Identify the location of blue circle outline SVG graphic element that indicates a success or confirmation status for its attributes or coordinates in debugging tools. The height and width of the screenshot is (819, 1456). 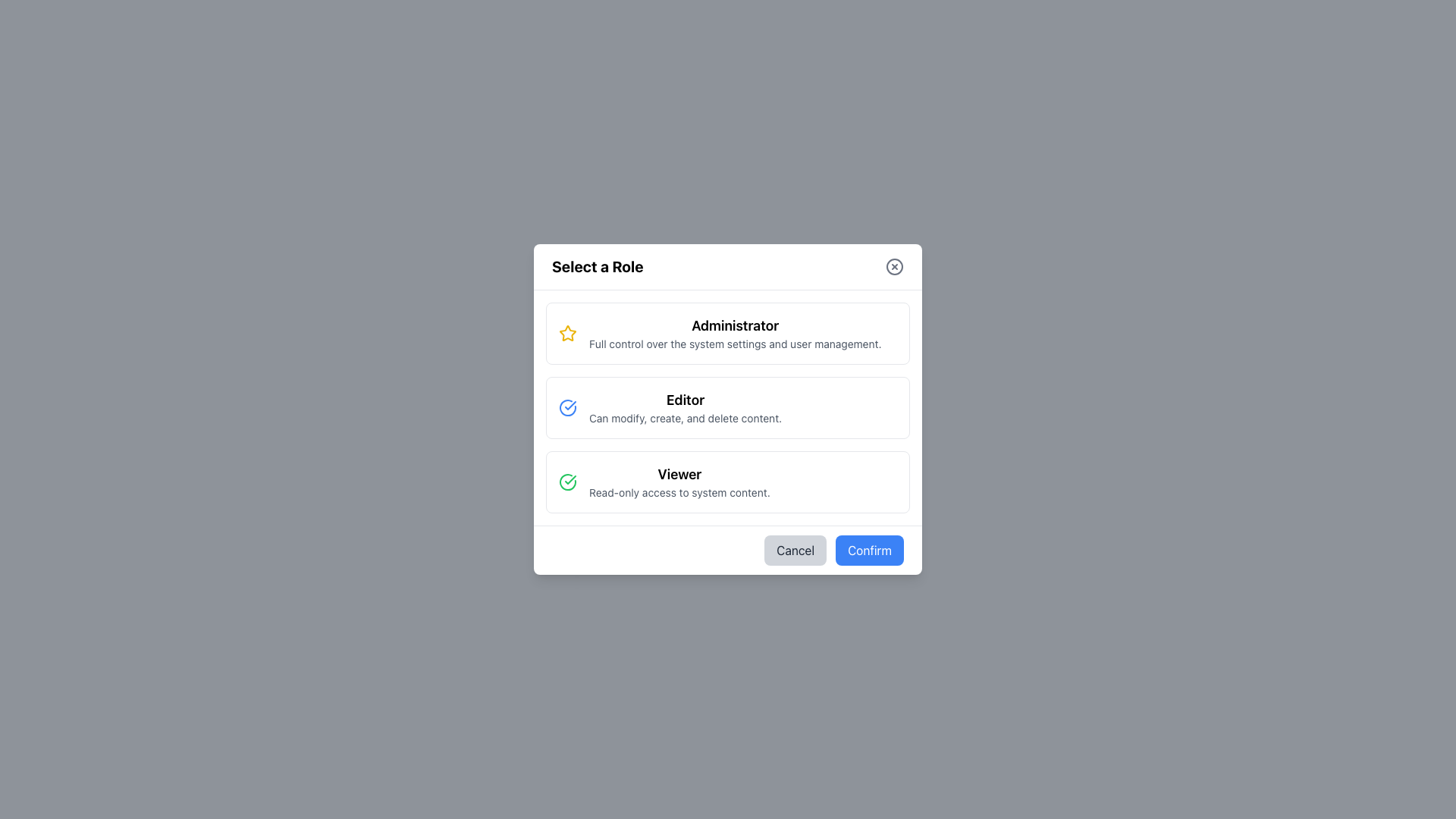
(566, 406).